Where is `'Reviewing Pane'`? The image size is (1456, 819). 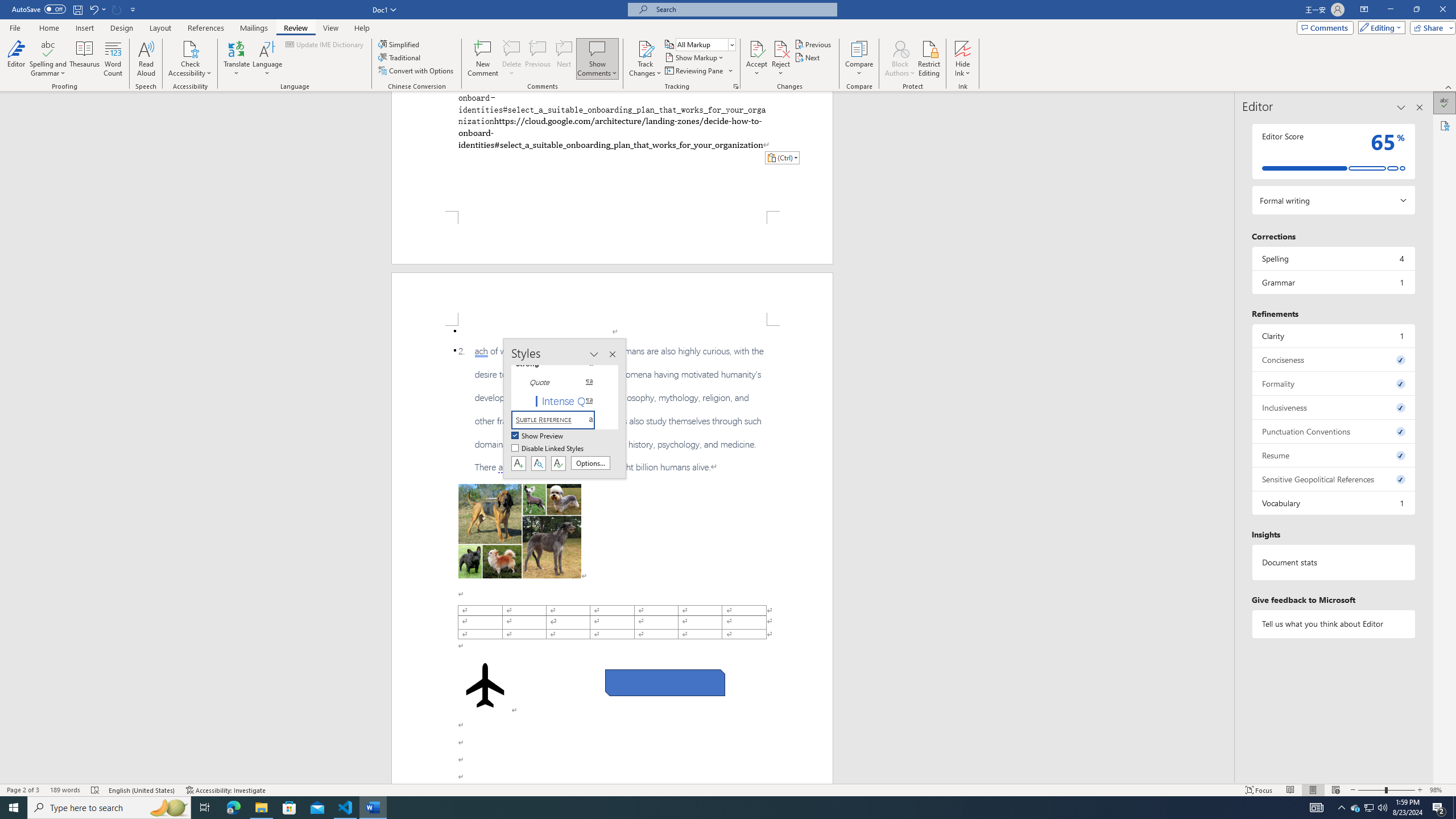
'Reviewing Pane' is located at coordinates (698, 69).